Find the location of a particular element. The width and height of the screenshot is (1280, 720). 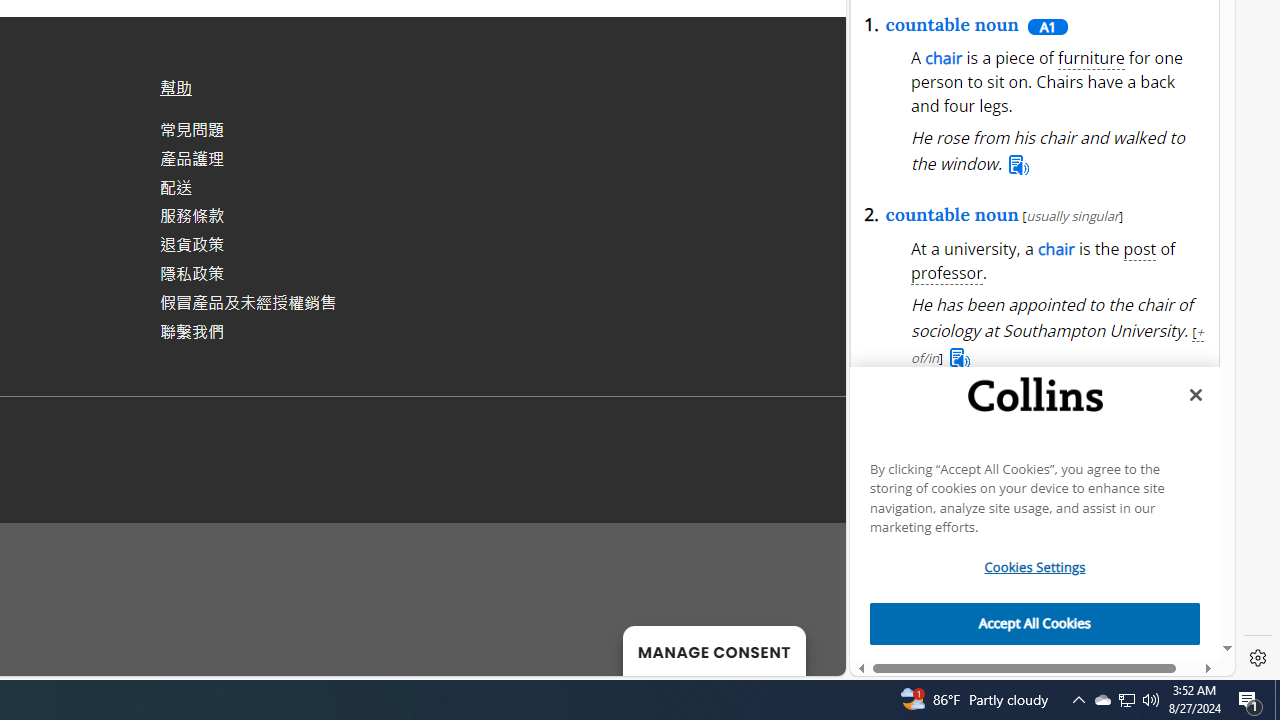

'professor' is located at coordinates (946, 273).